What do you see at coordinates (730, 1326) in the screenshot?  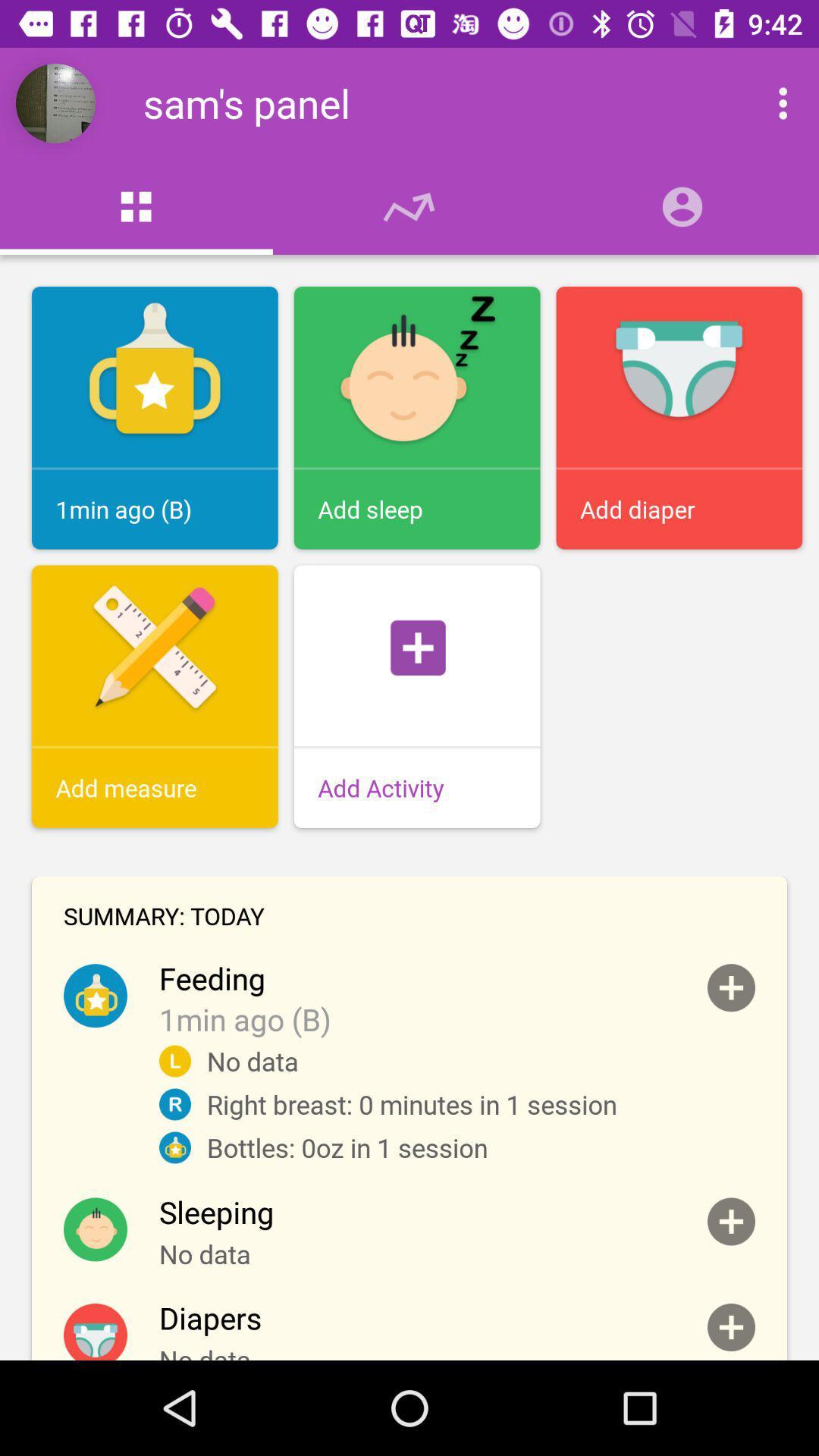 I see `diapers` at bounding box center [730, 1326].